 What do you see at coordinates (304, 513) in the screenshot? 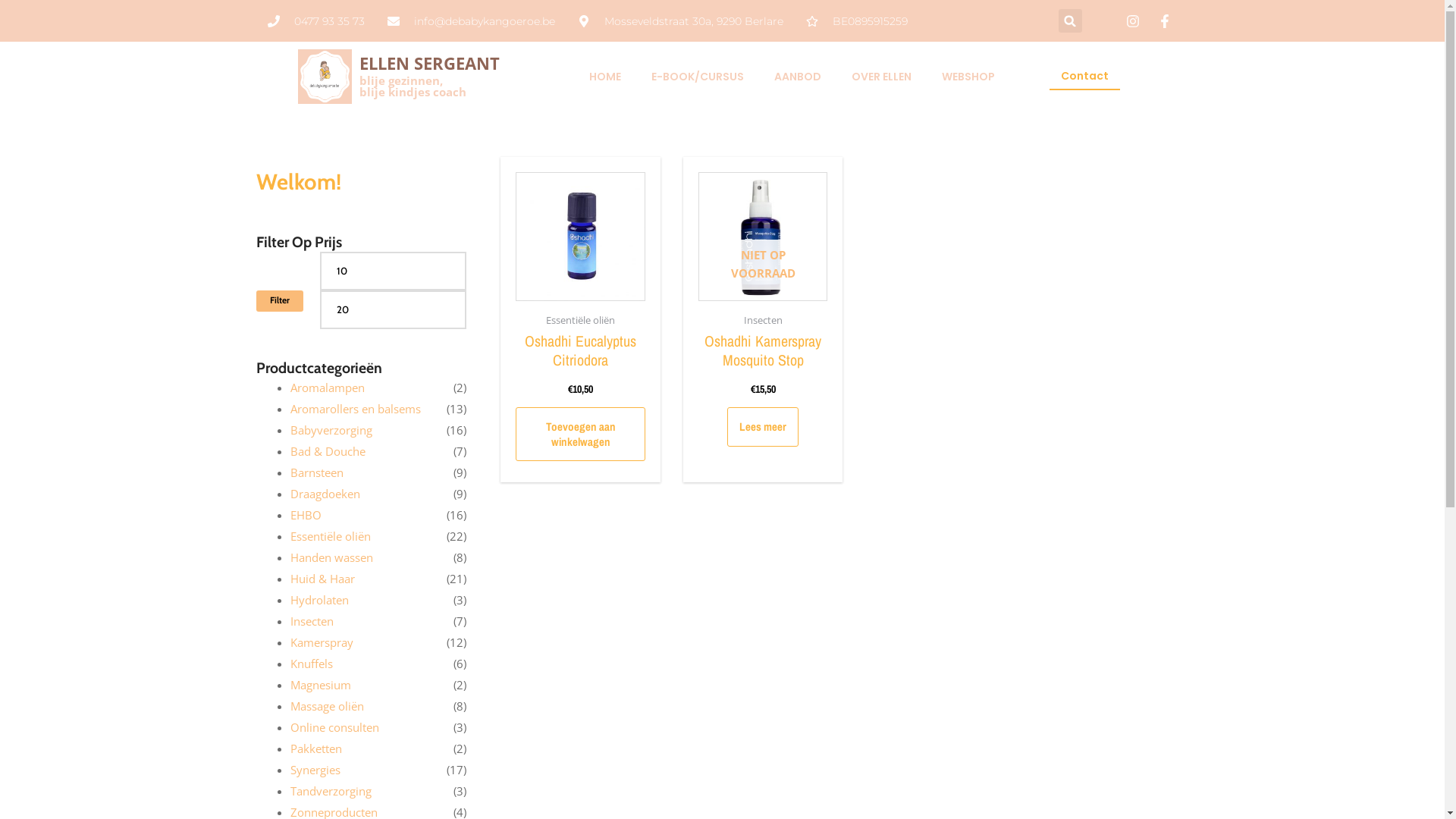
I see `'EHBO'` at bounding box center [304, 513].